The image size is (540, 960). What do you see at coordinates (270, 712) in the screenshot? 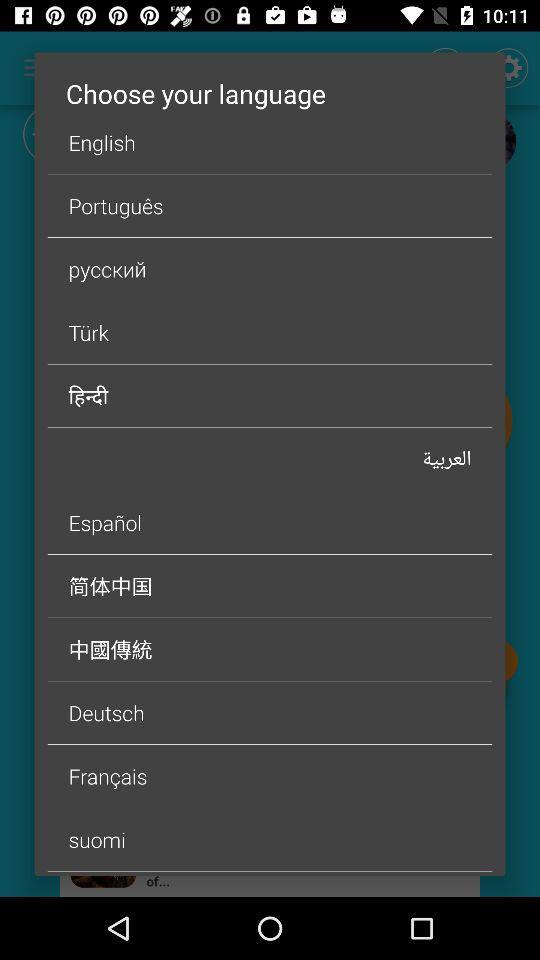
I see `deutsch item` at bounding box center [270, 712].